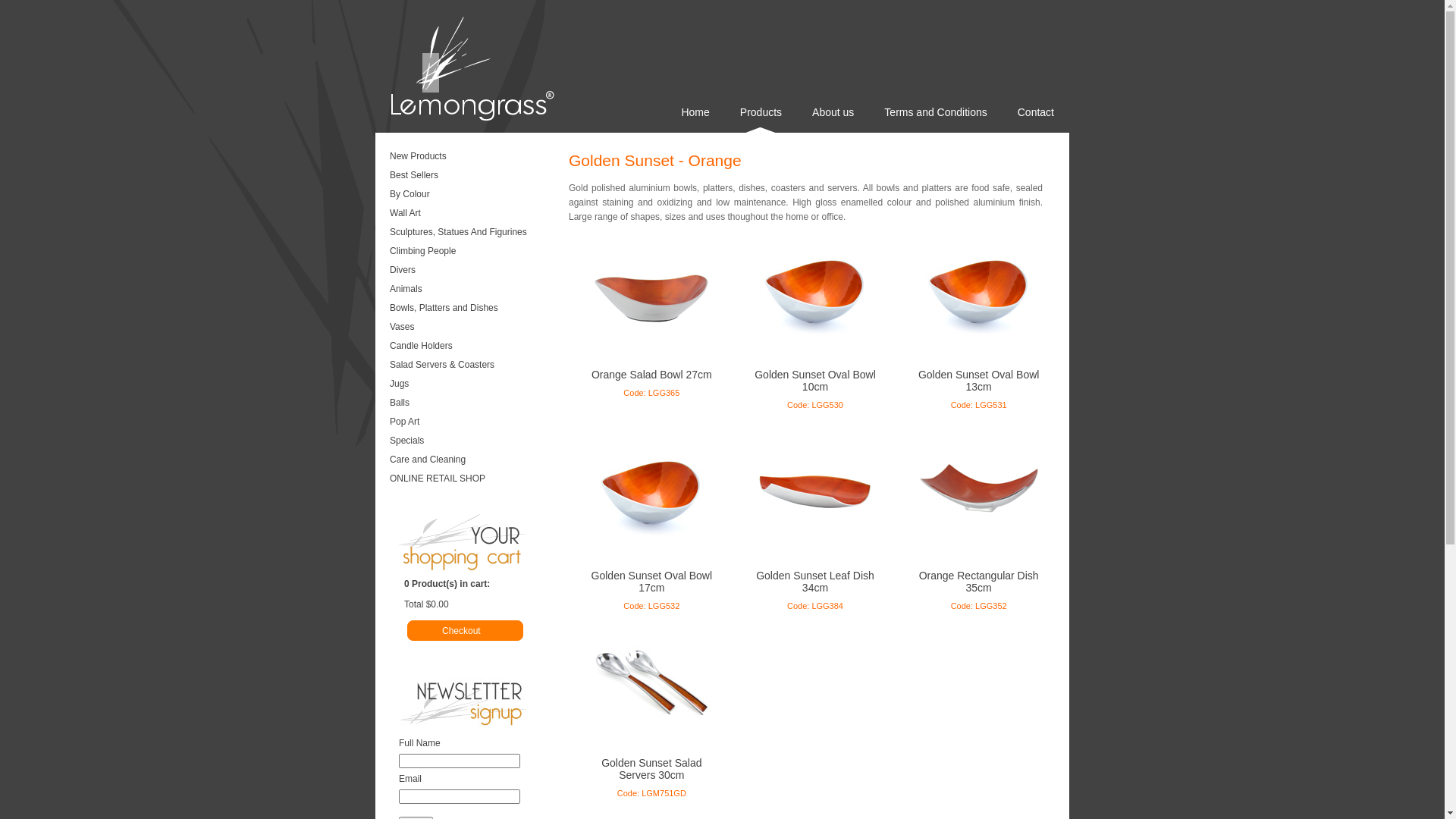  I want to click on 'Checkout', so click(483, 630).